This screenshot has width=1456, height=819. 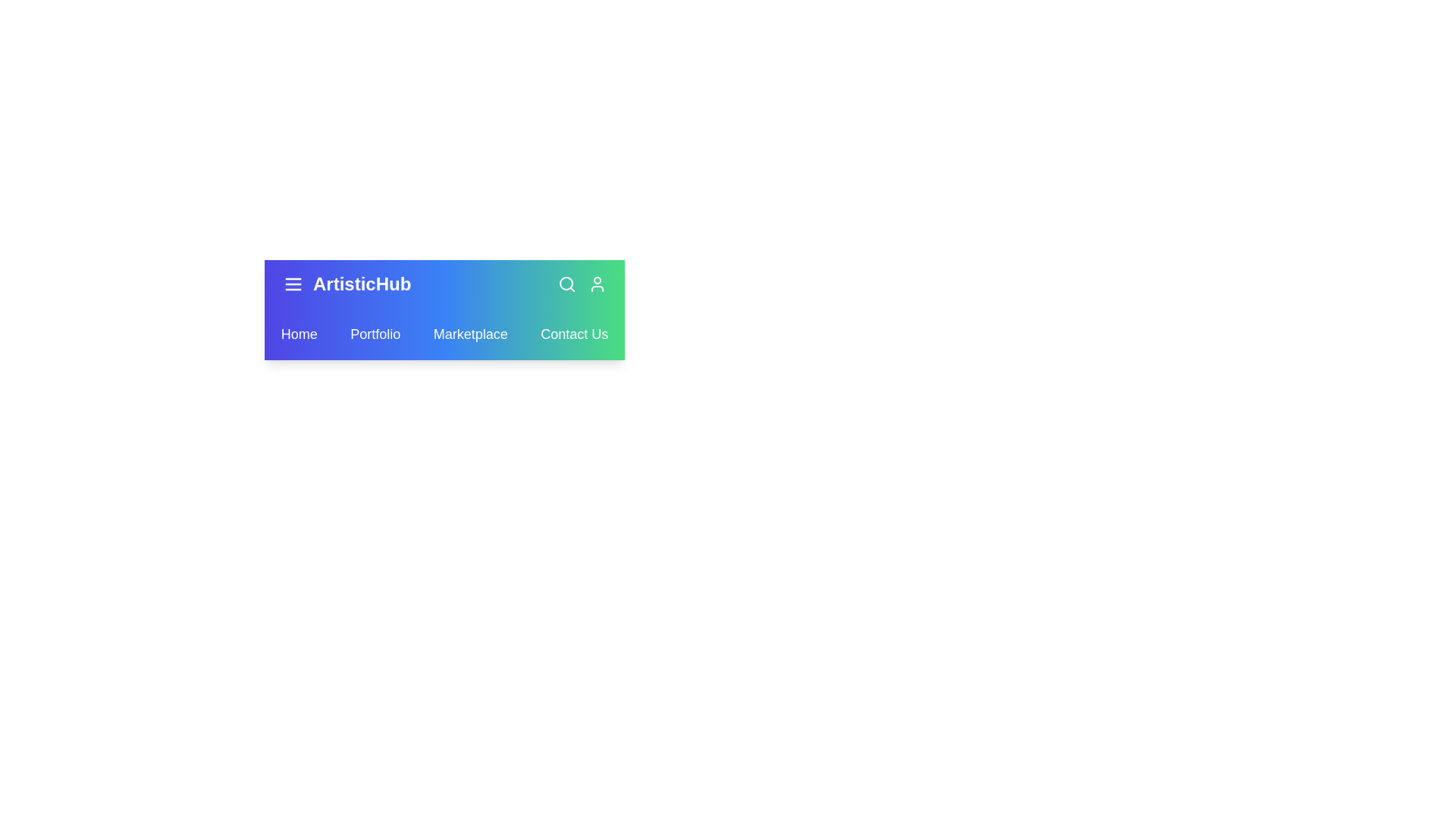 What do you see at coordinates (596, 284) in the screenshot?
I see `the user icon to access account options` at bounding box center [596, 284].